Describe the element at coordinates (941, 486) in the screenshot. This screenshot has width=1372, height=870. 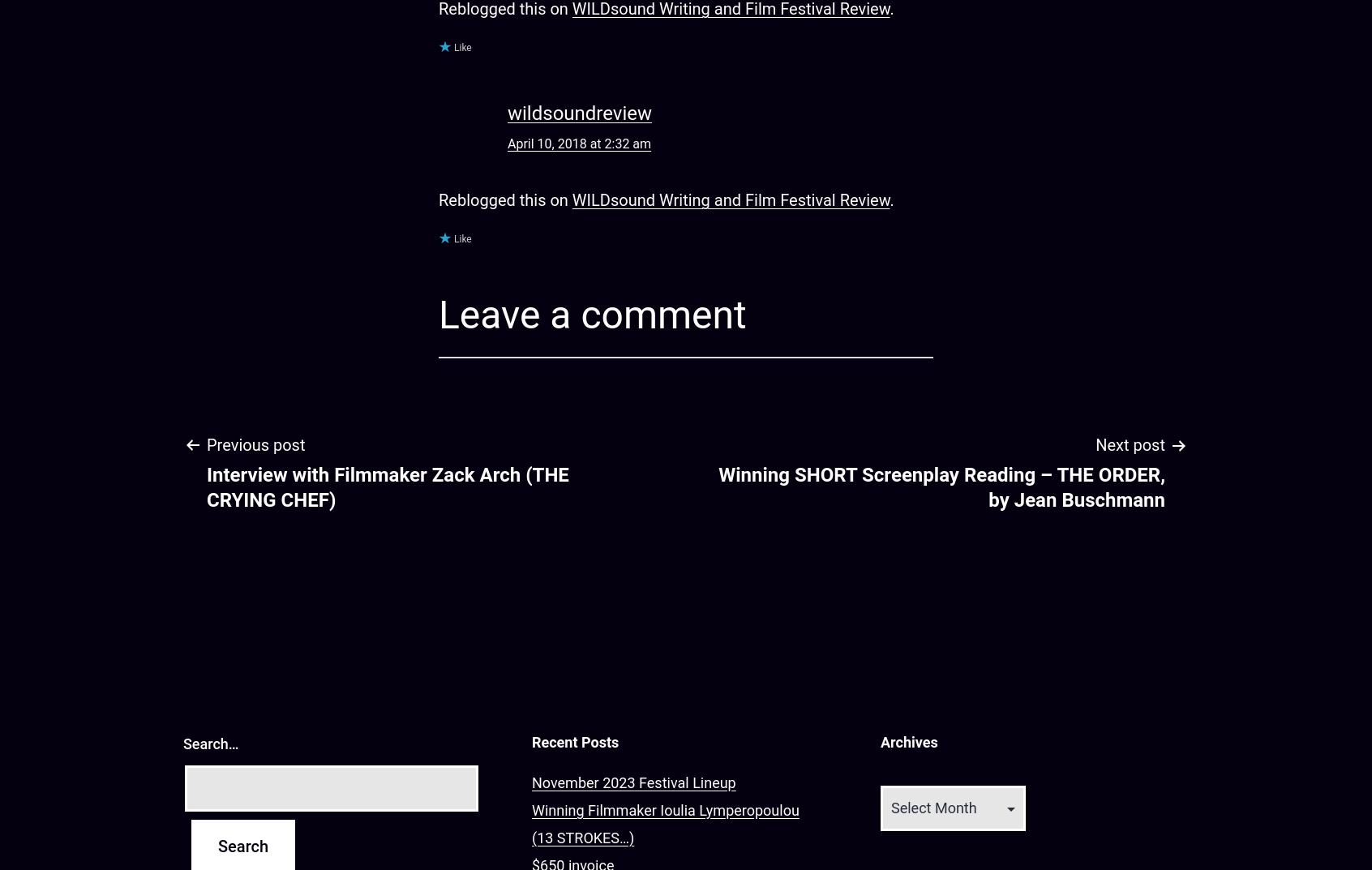
I see `'Winning SHORT Screenplay Reading – THE ORDER, by Jean Buschmann'` at that location.